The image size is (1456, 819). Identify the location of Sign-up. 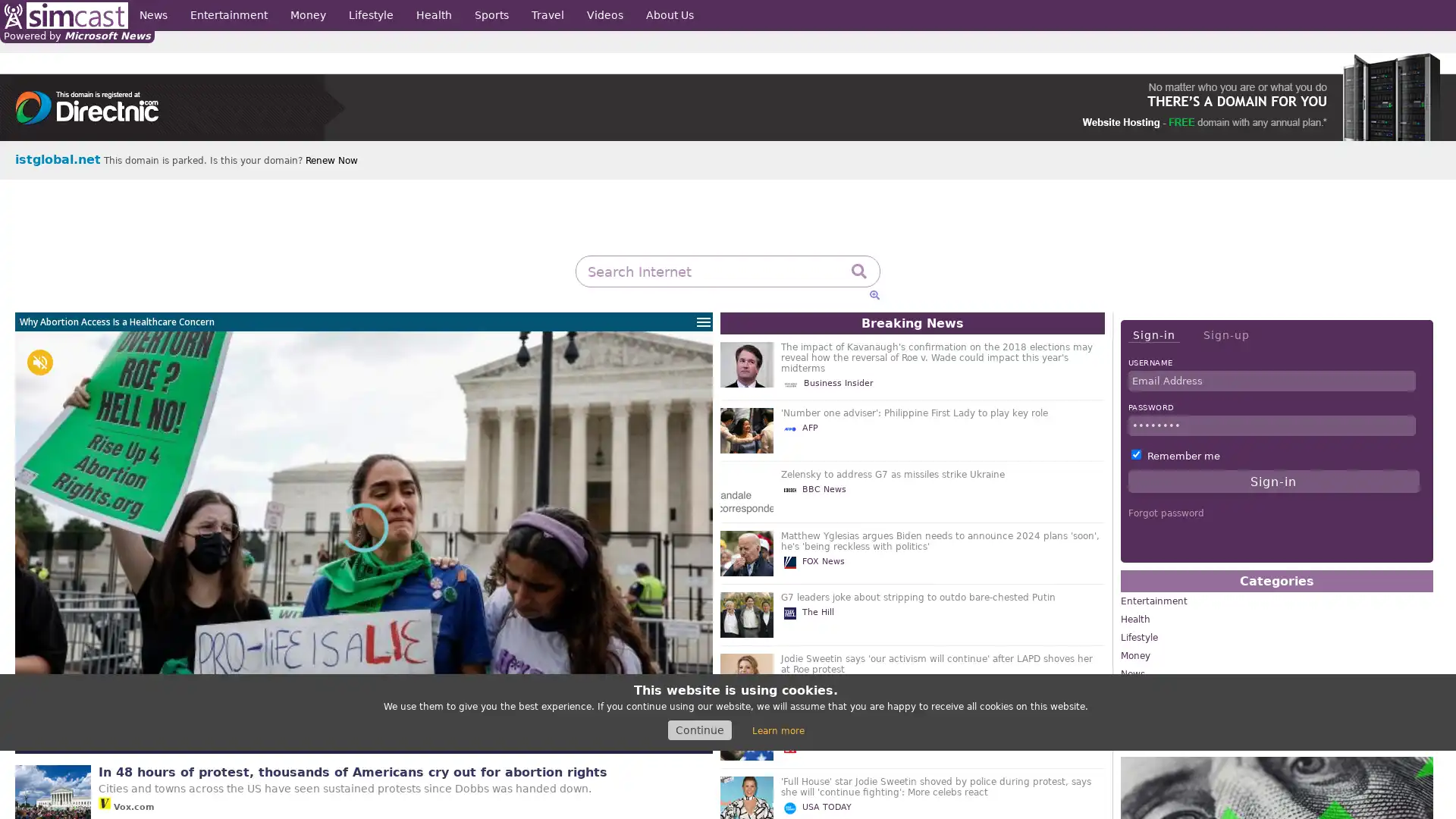
(1225, 334).